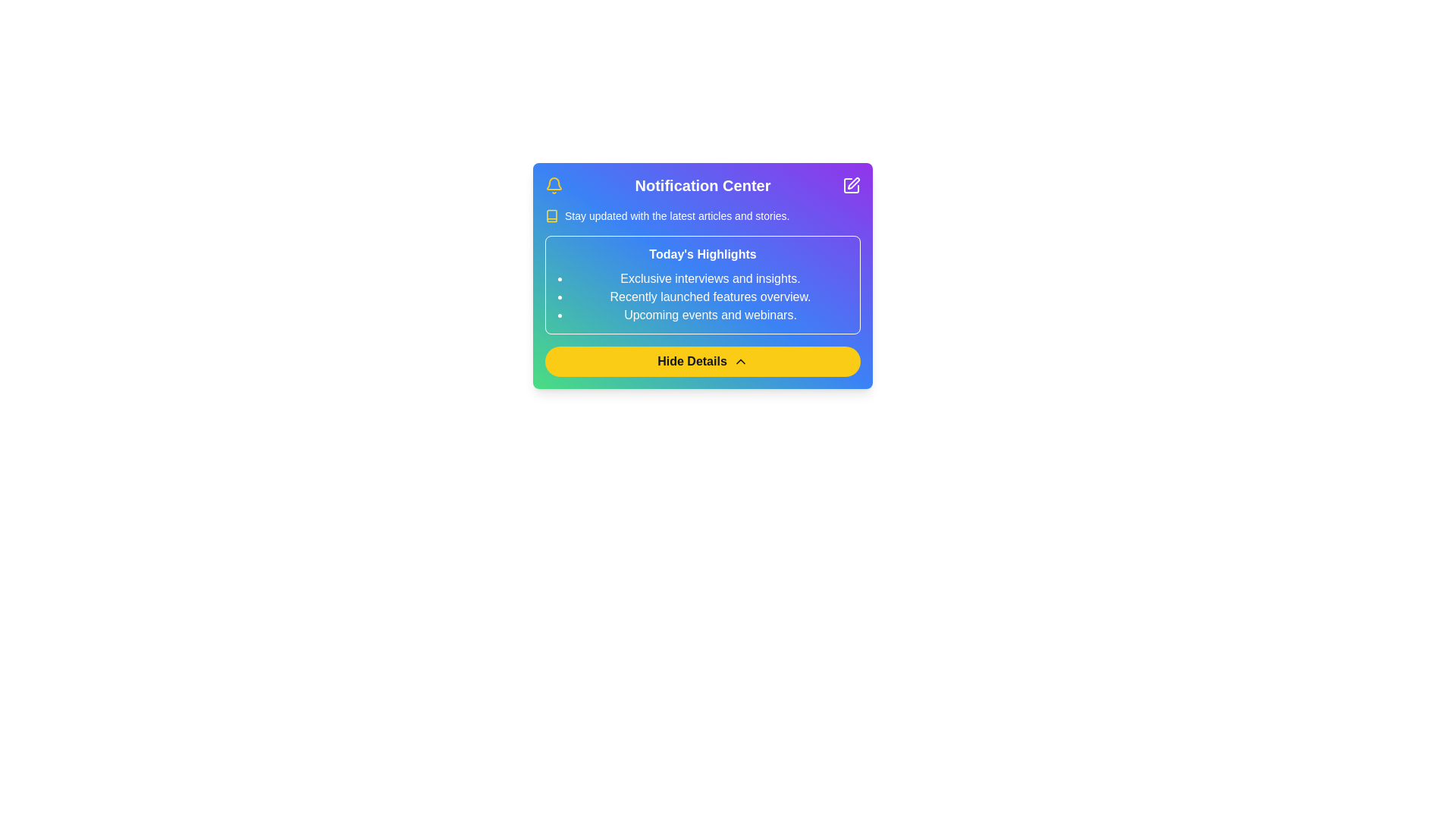 This screenshot has height=819, width=1456. I want to click on the book icon, which is yellowish and outlined, located to the left of the text 'Stay updated with the latest articles and stories' in the Notification Center section, so click(551, 216).